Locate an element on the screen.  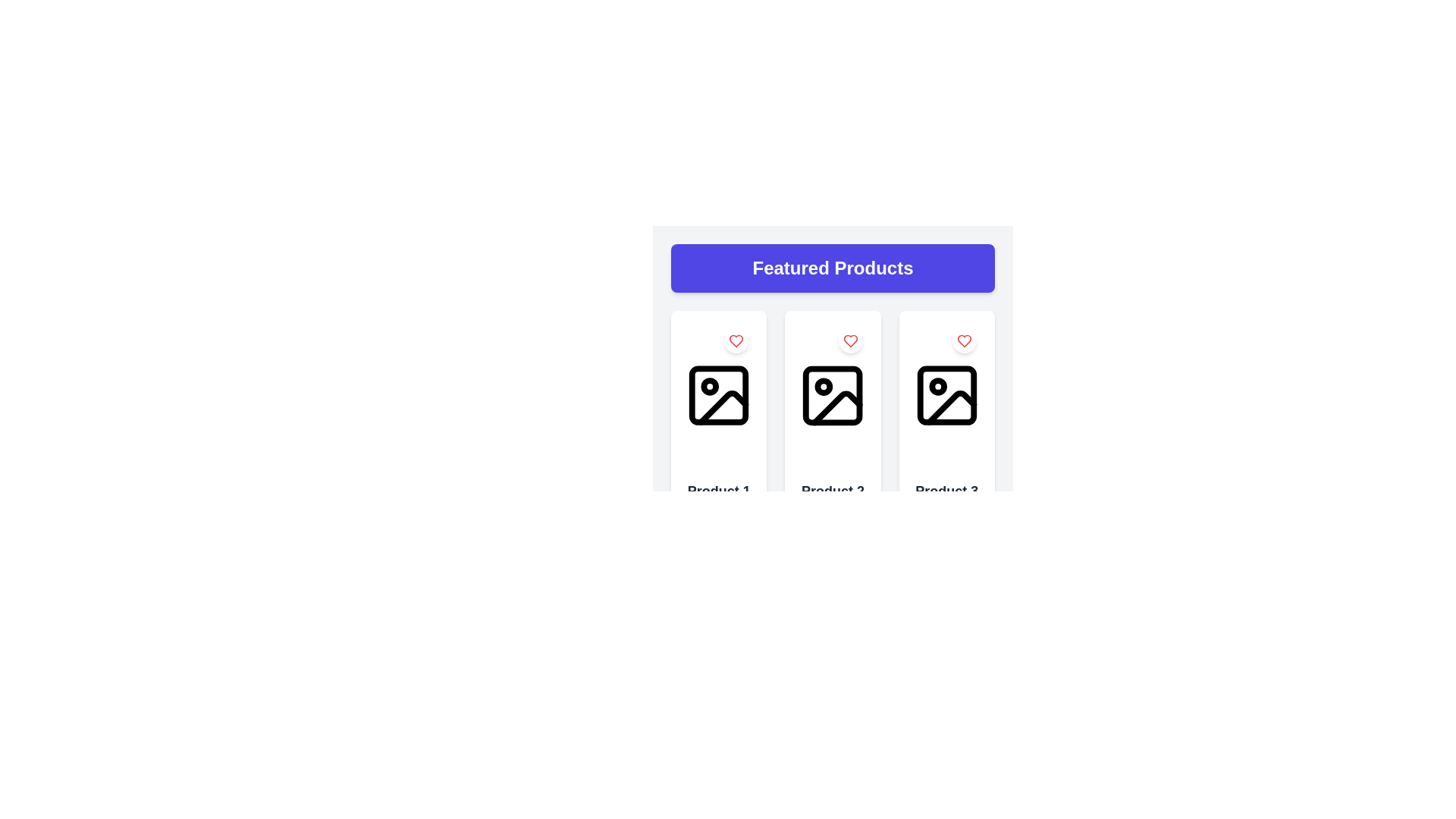
the 'like' button located at the top-right corner of the 'Product 3' card in the 'Featured Products' section to mark it as a favorite is located at coordinates (964, 341).